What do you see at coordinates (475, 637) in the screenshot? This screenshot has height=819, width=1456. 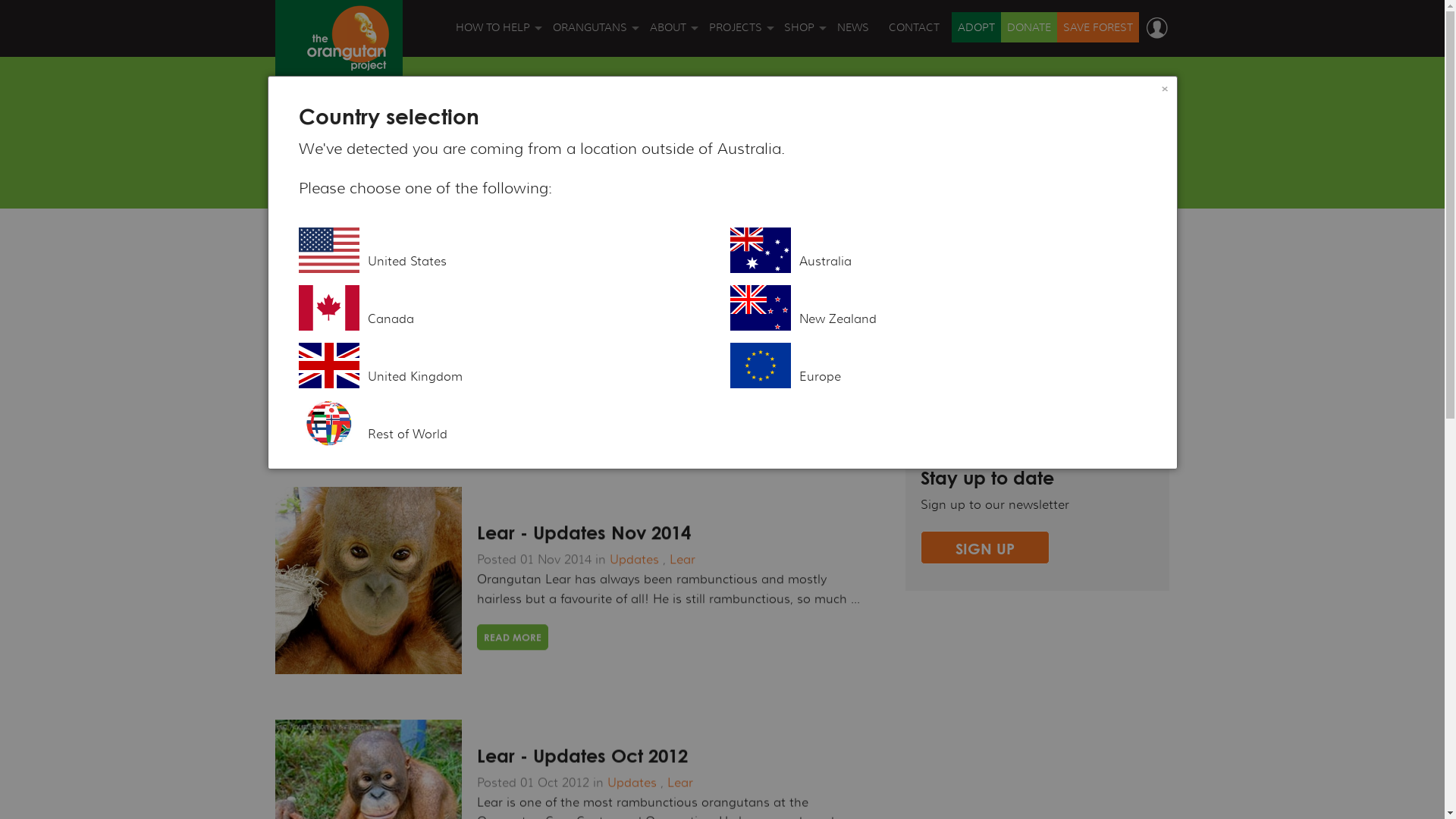 I see `'READ MORE'` at bounding box center [475, 637].